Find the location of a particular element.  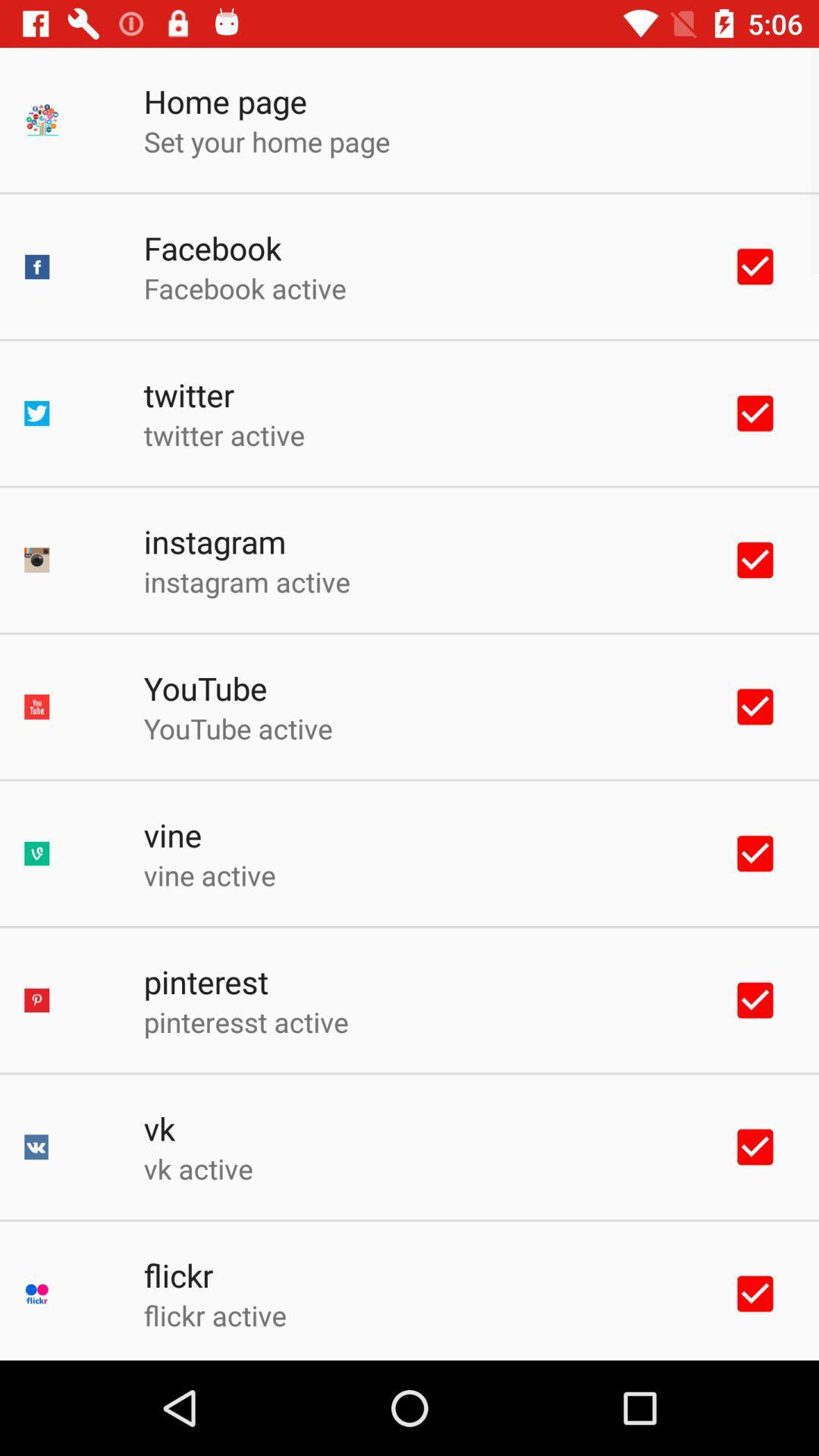

app below pinterest item is located at coordinates (245, 1021).